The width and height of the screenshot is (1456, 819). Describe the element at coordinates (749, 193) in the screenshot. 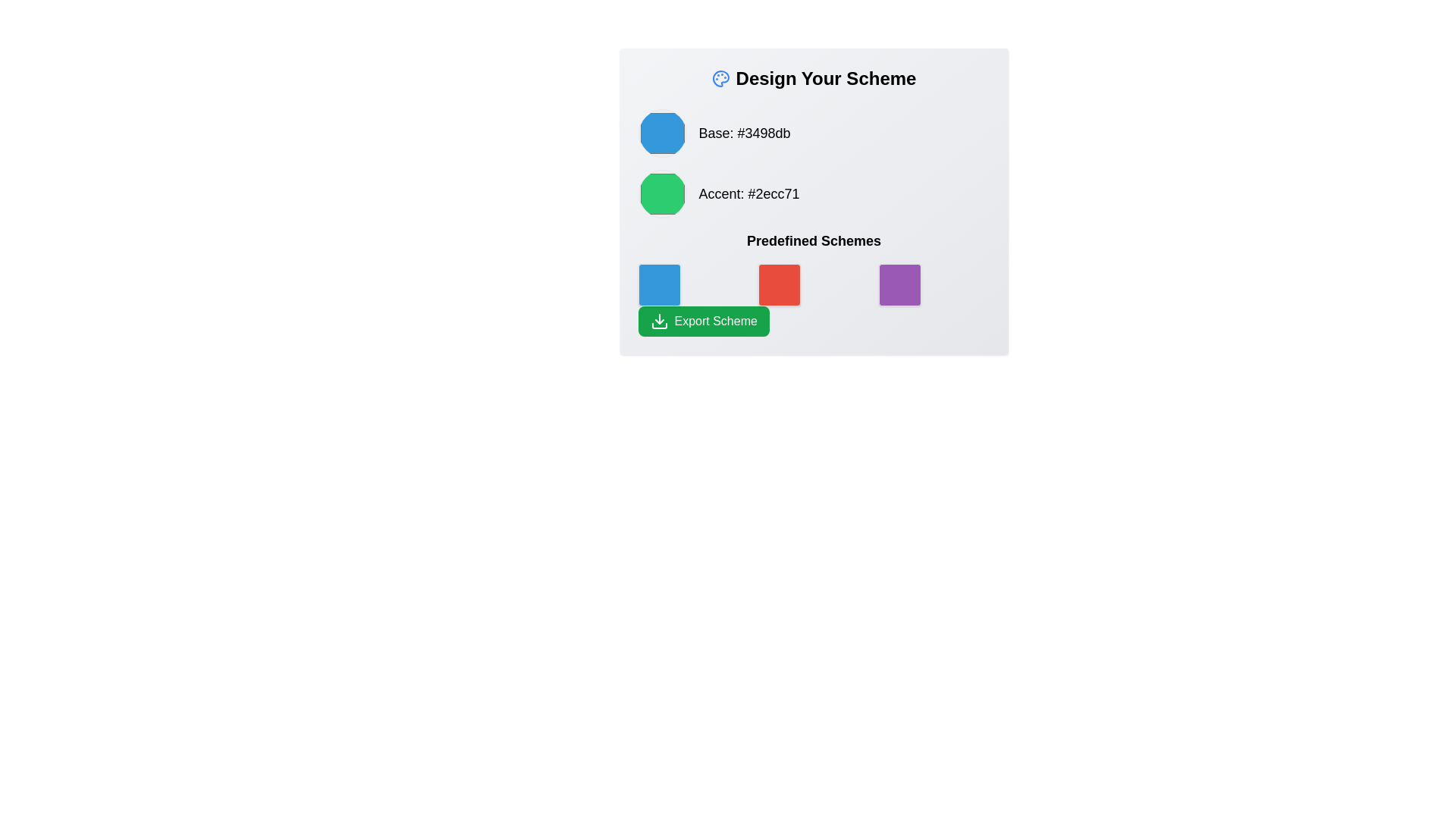

I see `text content of the label that describes the color represented by the adjacent green circle, which specifies its purpose as 'Accent' and its hexadecimal color code` at that location.